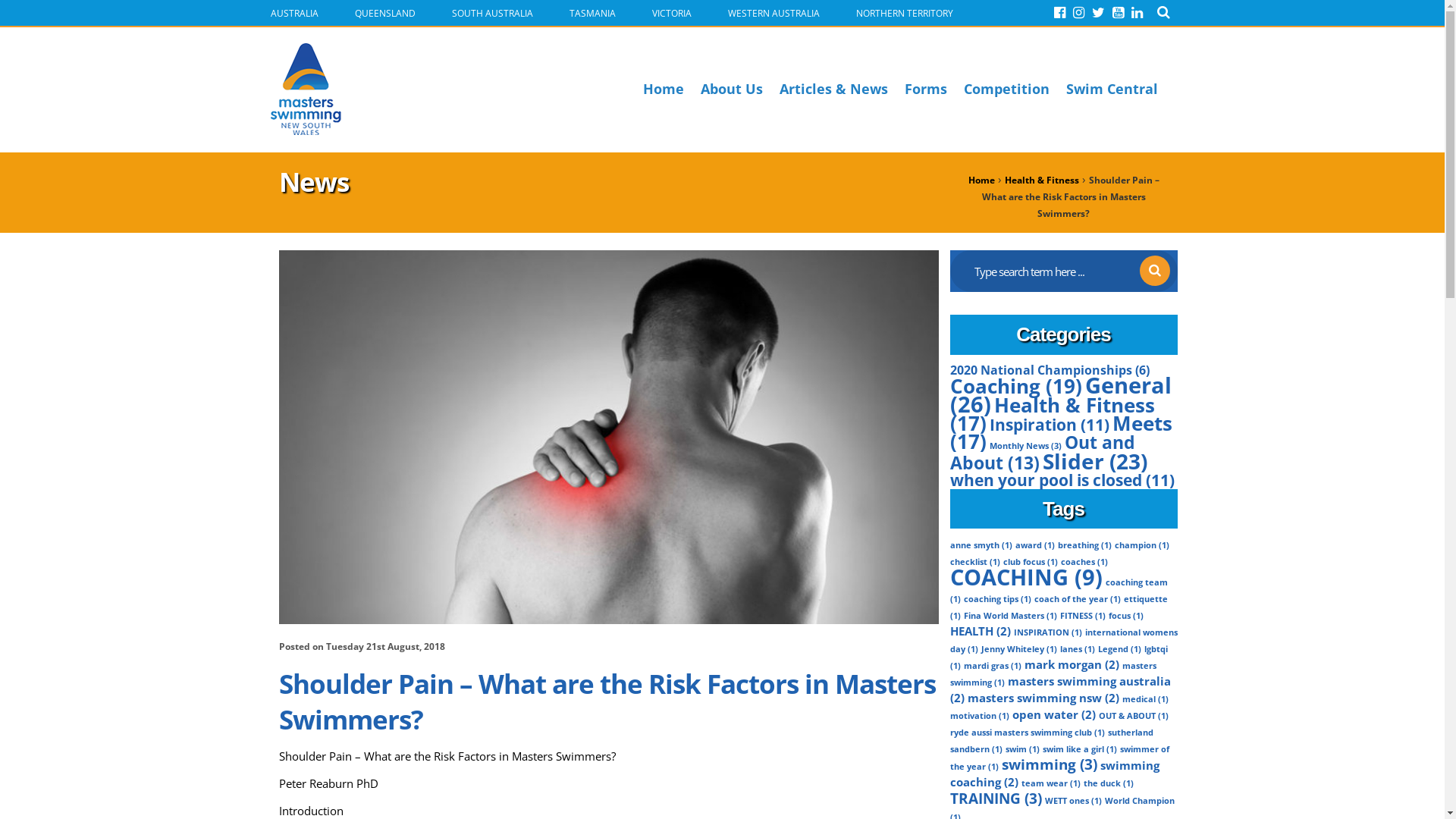 This screenshot has width=1456, height=819. Describe the element at coordinates (1048, 370) in the screenshot. I see `'2020 National Championships (6)'` at that location.